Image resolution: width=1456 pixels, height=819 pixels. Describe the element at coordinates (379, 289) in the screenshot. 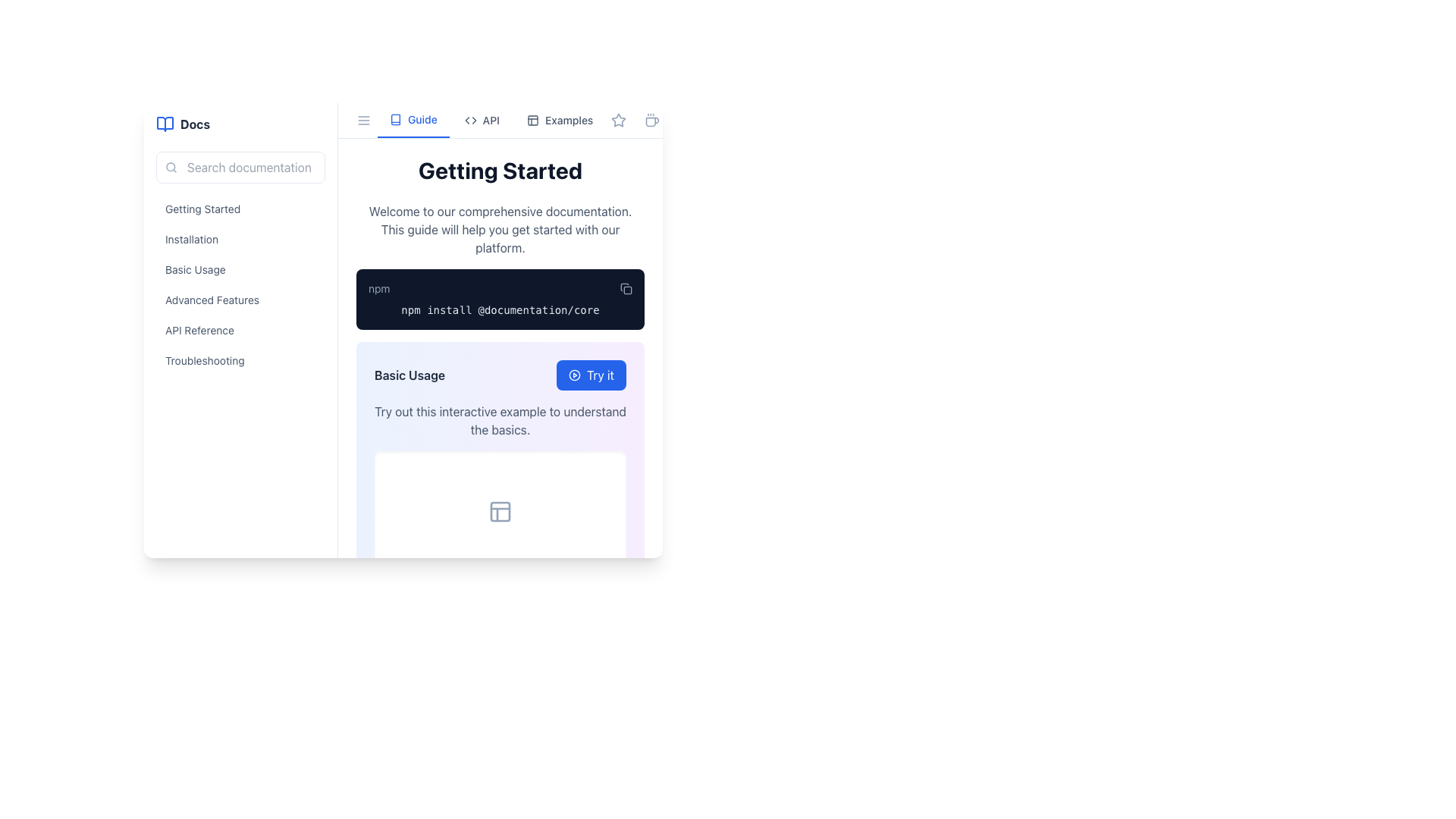

I see `the small lowercase text label displaying 'npm' in light gray color, located at the beginning of the dark background bar below the 'Getting Started' heading` at that location.